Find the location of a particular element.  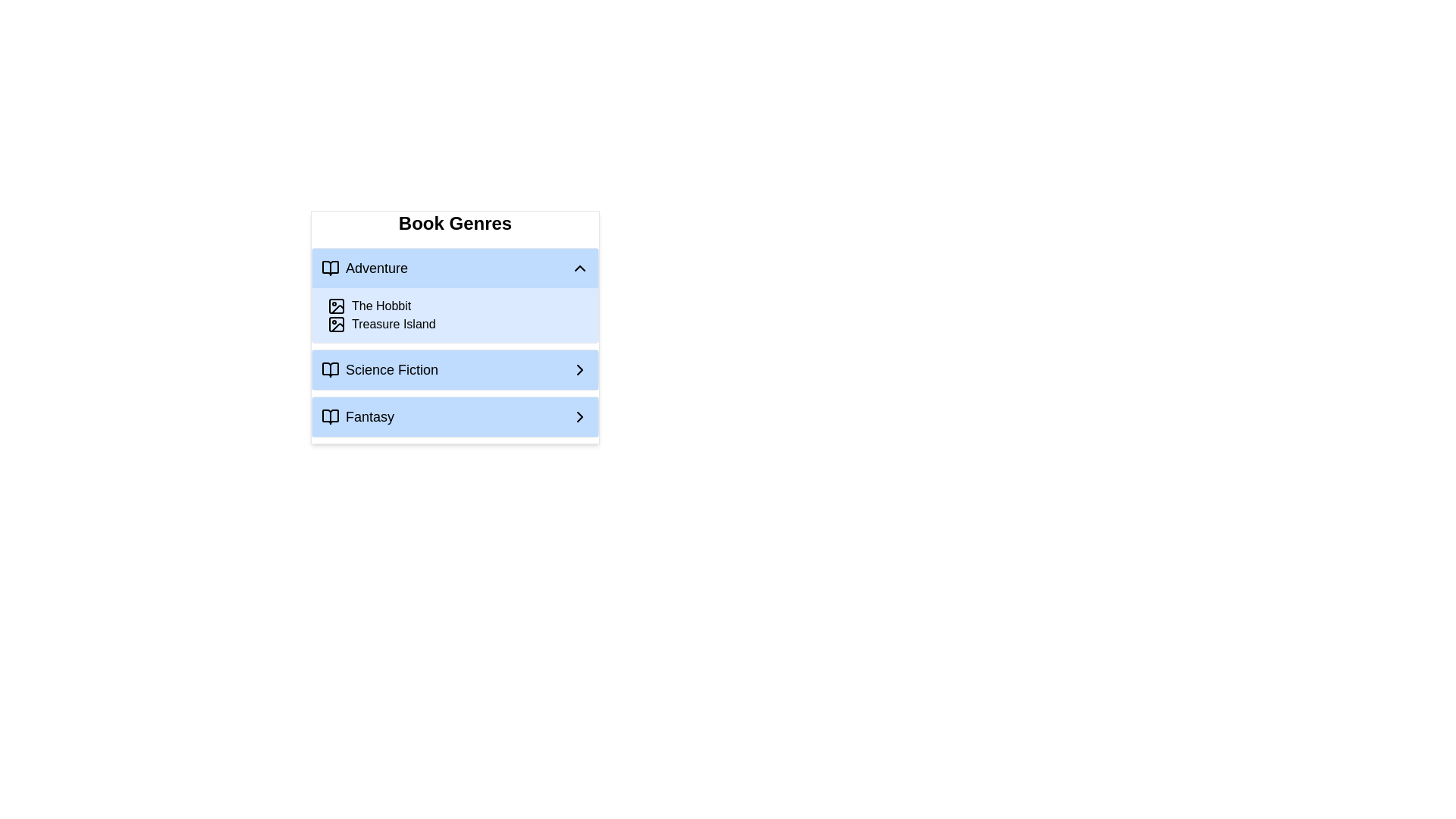

the list item labeled 'Science Fiction' is located at coordinates (380, 370).